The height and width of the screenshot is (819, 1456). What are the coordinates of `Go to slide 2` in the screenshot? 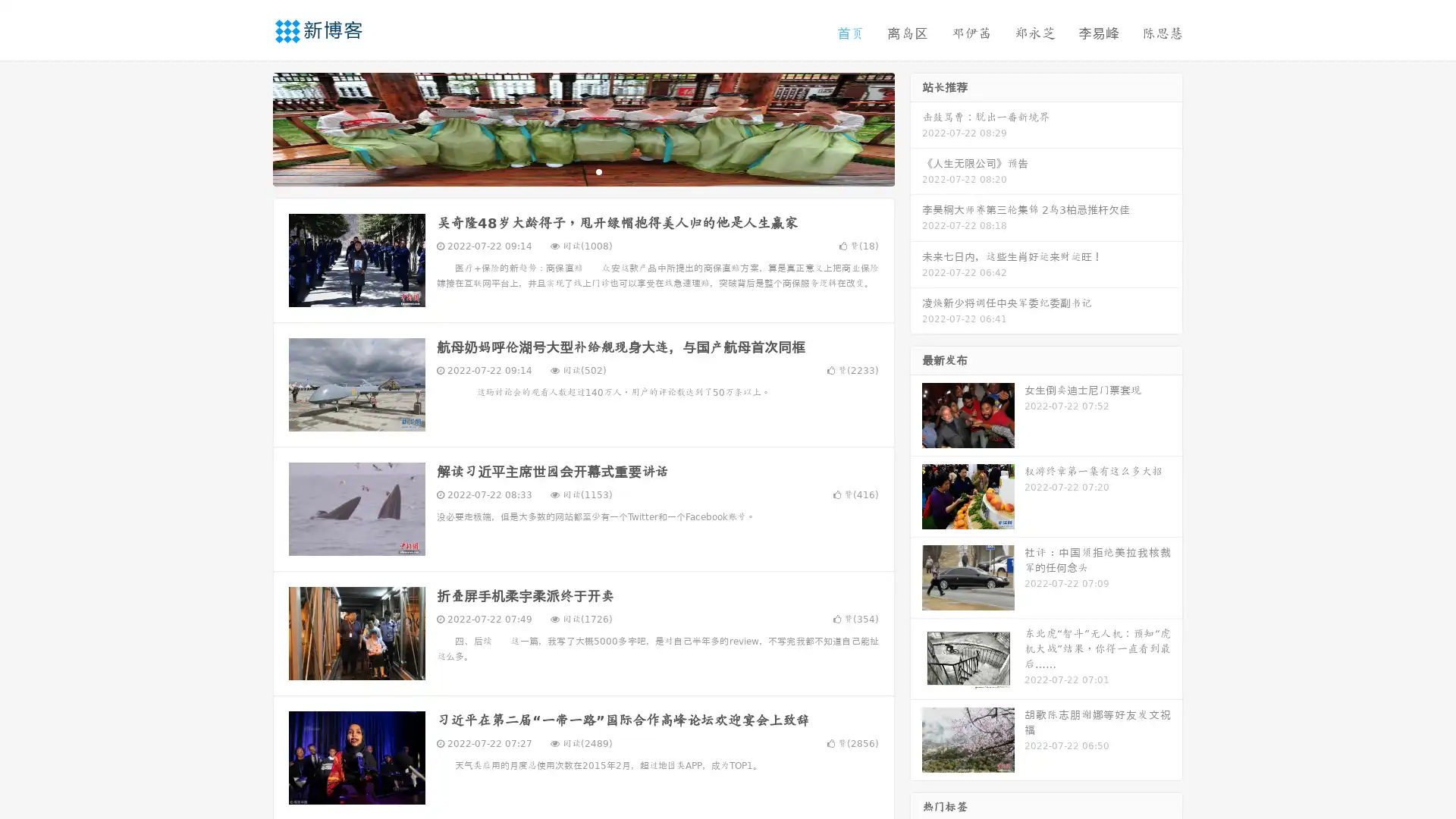 It's located at (582, 171).